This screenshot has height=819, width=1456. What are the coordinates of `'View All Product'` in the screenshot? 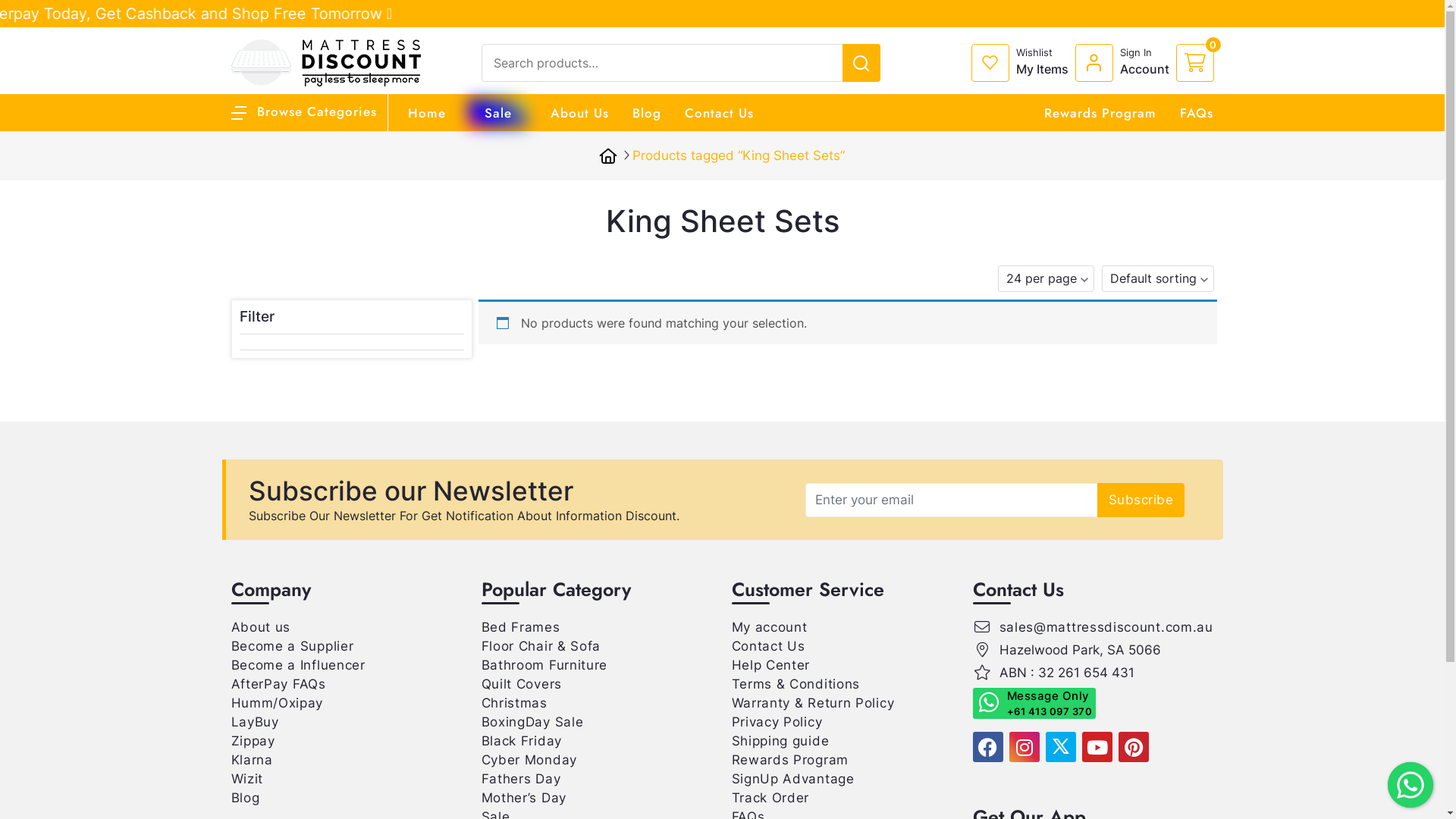 It's located at (1326, 11).